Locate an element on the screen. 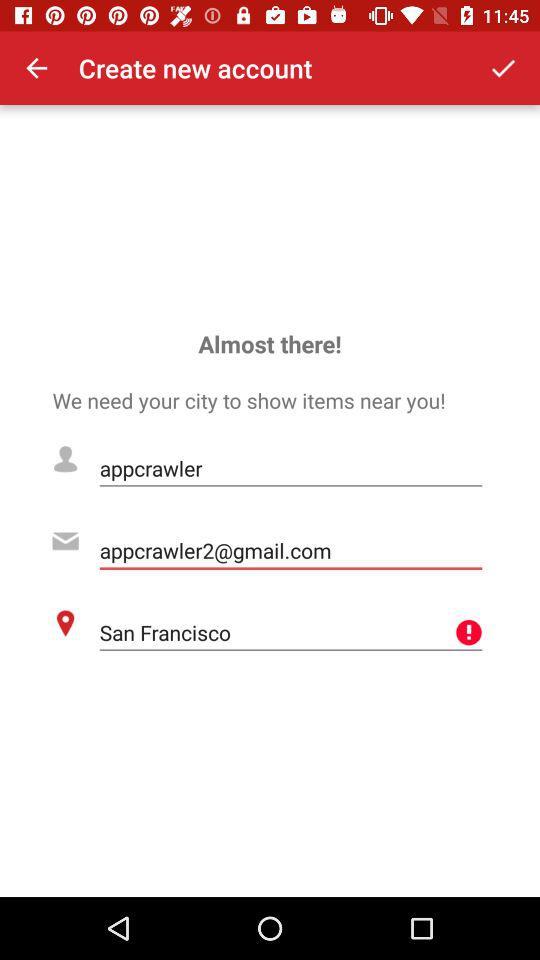 The width and height of the screenshot is (540, 960). the location text filed on the web page is located at coordinates (290, 632).